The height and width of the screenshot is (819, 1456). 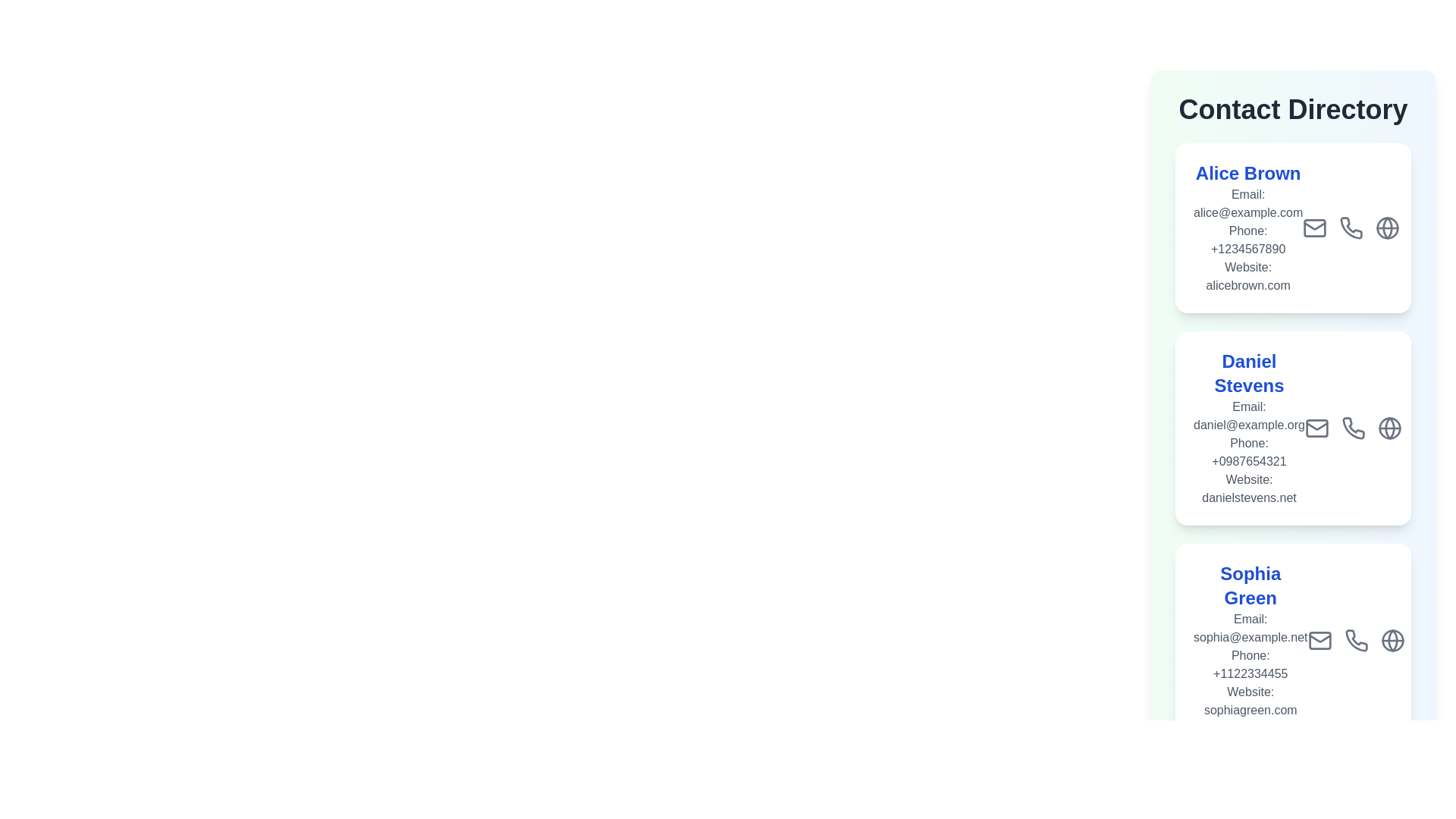 What do you see at coordinates (1292, 227) in the screenshot?
I see `the contact card of Alice Brown` at bounding box center [1292, 227].